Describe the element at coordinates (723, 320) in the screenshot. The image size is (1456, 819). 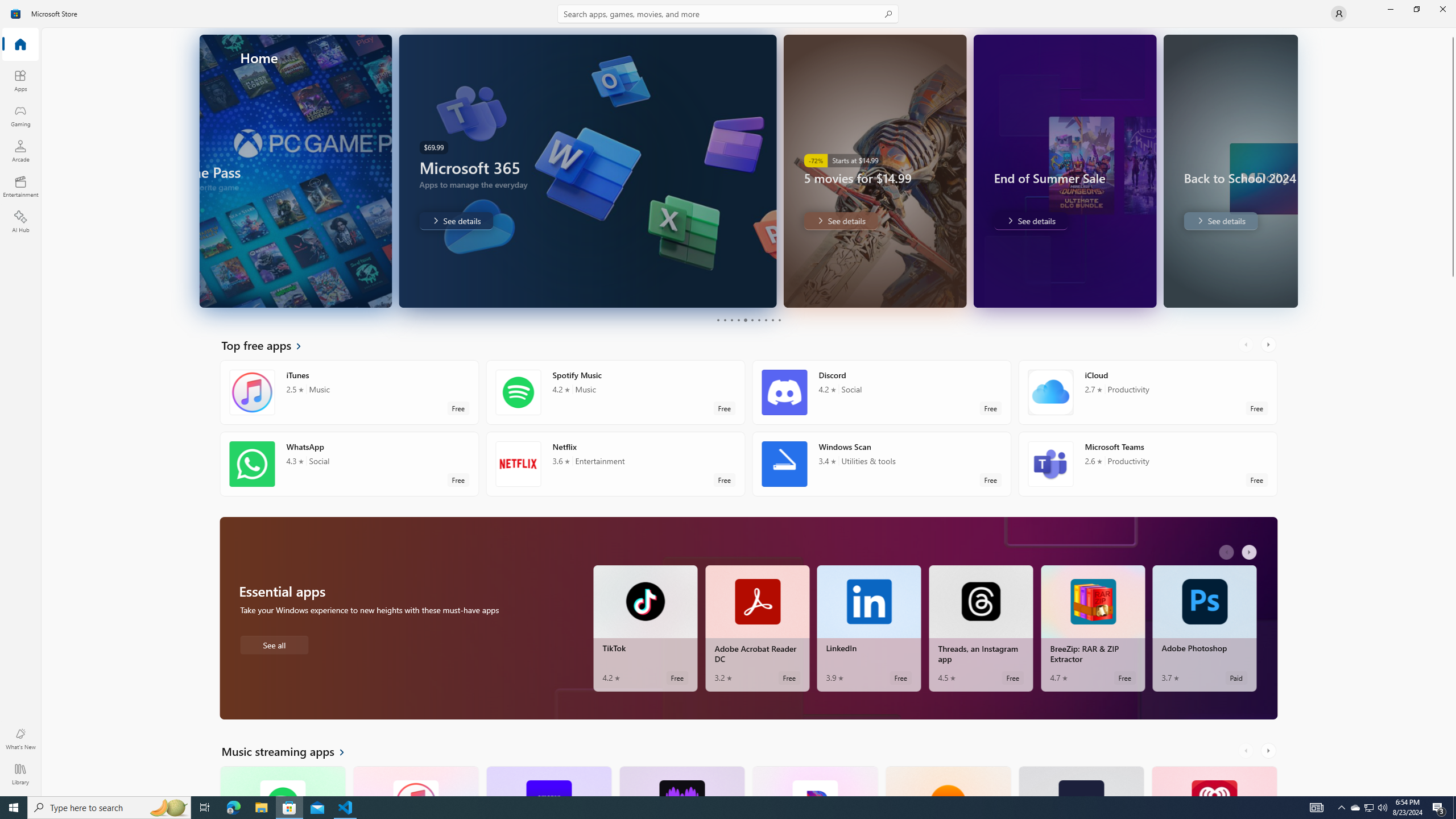
I see `'Page 2'` at that location.